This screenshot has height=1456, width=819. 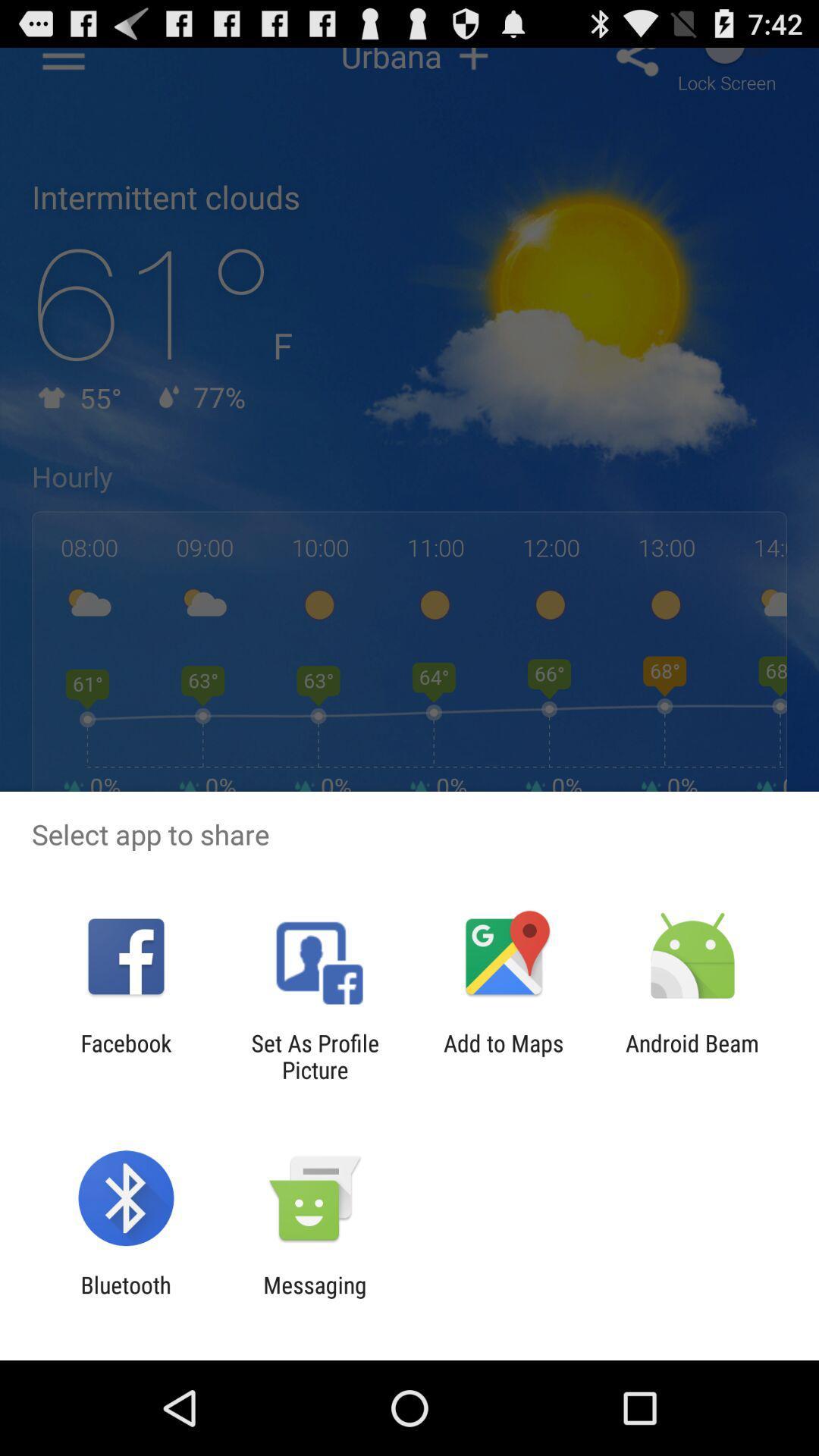 What do you see at coordinates (125, 1298) in the screenshot?
I see `bluetooth icon` at bounding box center [125, 1298].